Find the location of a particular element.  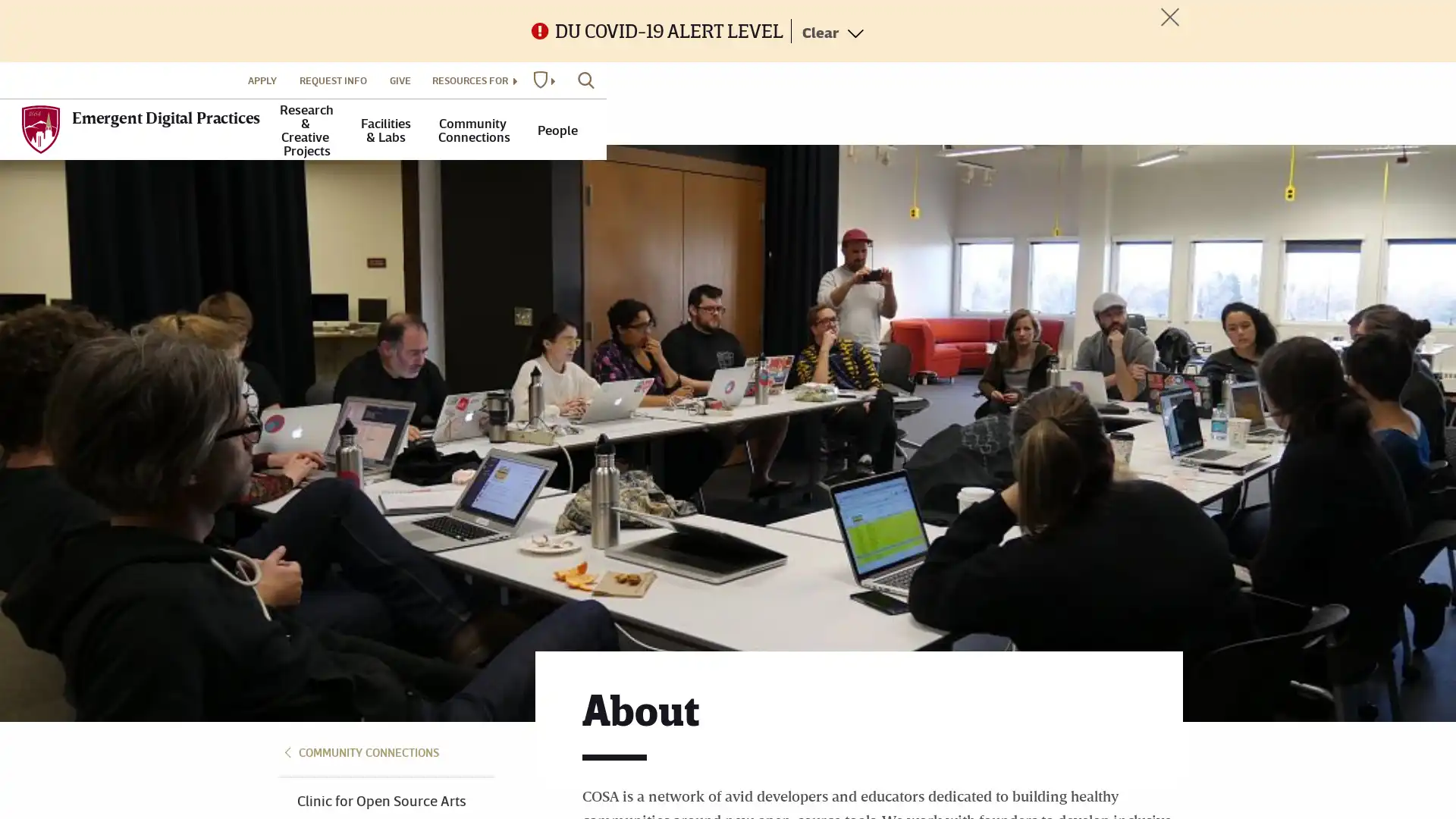

RESOURCES FOR is located at coordinates (1048, 80).